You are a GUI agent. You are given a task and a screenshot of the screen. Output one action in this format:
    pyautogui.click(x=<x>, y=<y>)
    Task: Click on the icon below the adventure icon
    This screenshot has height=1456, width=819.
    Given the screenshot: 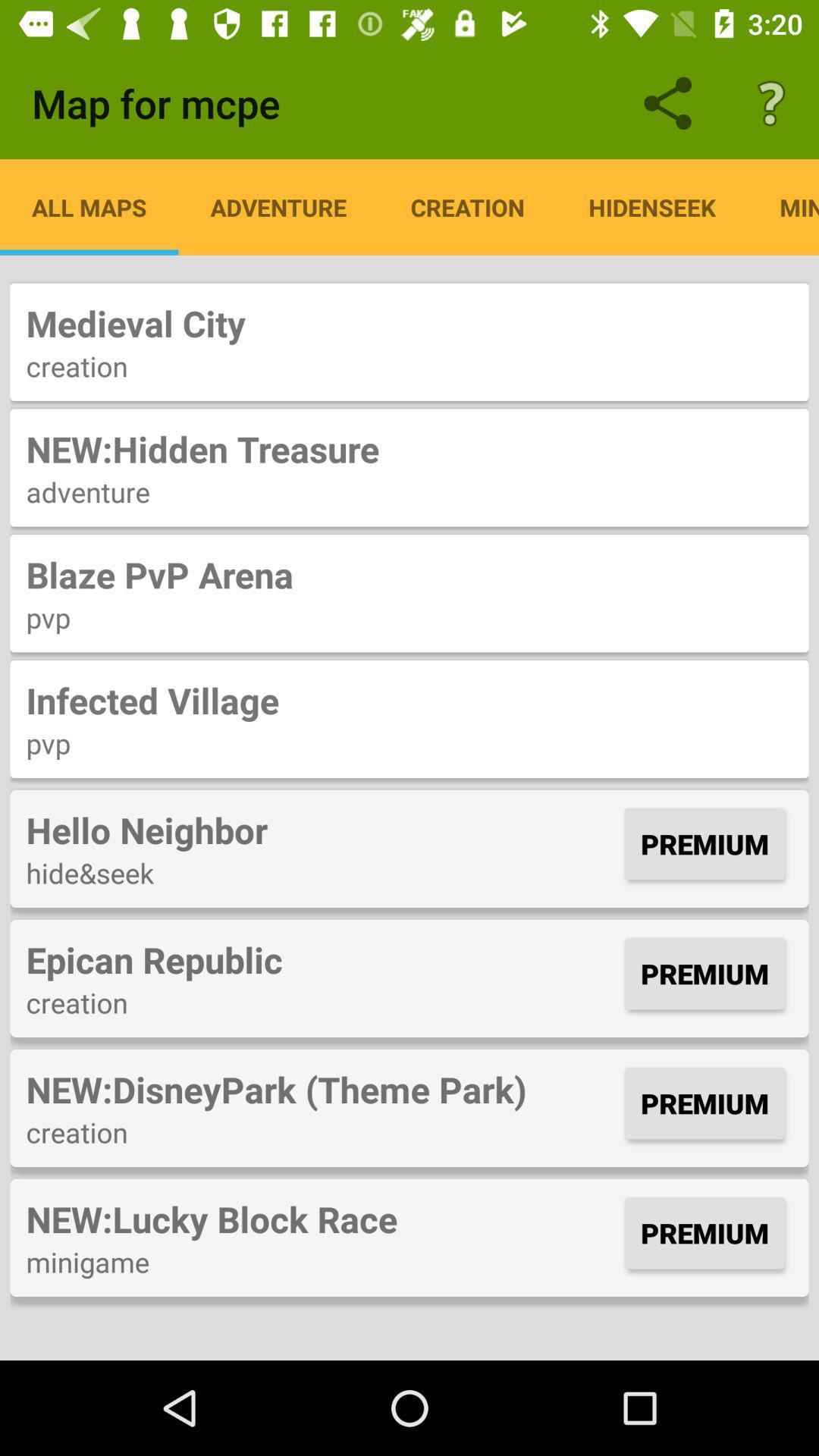 What is the action you would take?
    pyautogui.click(x=409, y=573)
    